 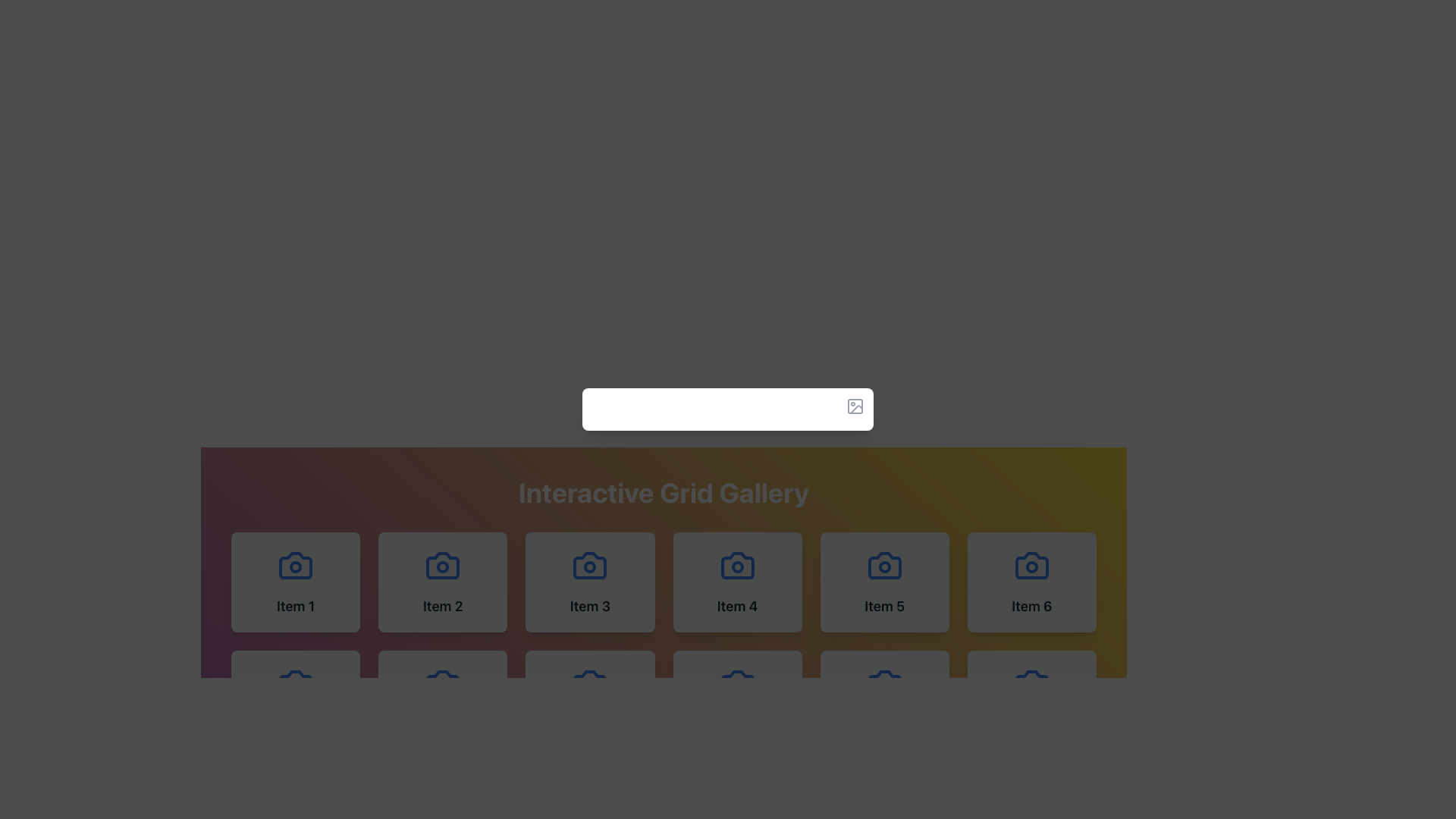 What do you see at coordinates (442, 565) in the screenshot?
I see `the central lens of the camera icon within the 'Item 2' card, which serves a decorative purpose` at bounding box center [442, 565].